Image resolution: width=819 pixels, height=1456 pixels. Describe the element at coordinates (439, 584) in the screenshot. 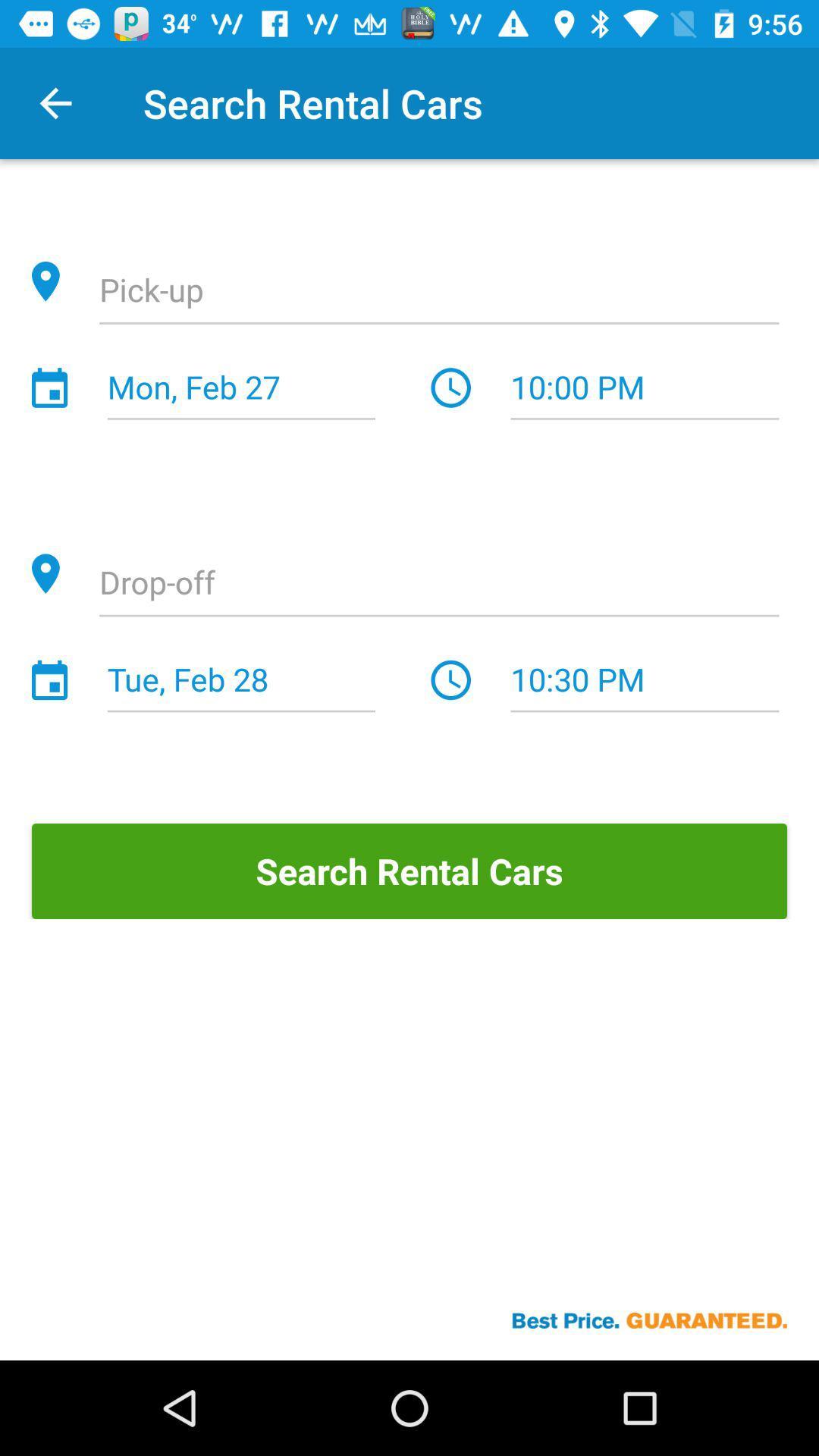

I see `drop off` at that location.